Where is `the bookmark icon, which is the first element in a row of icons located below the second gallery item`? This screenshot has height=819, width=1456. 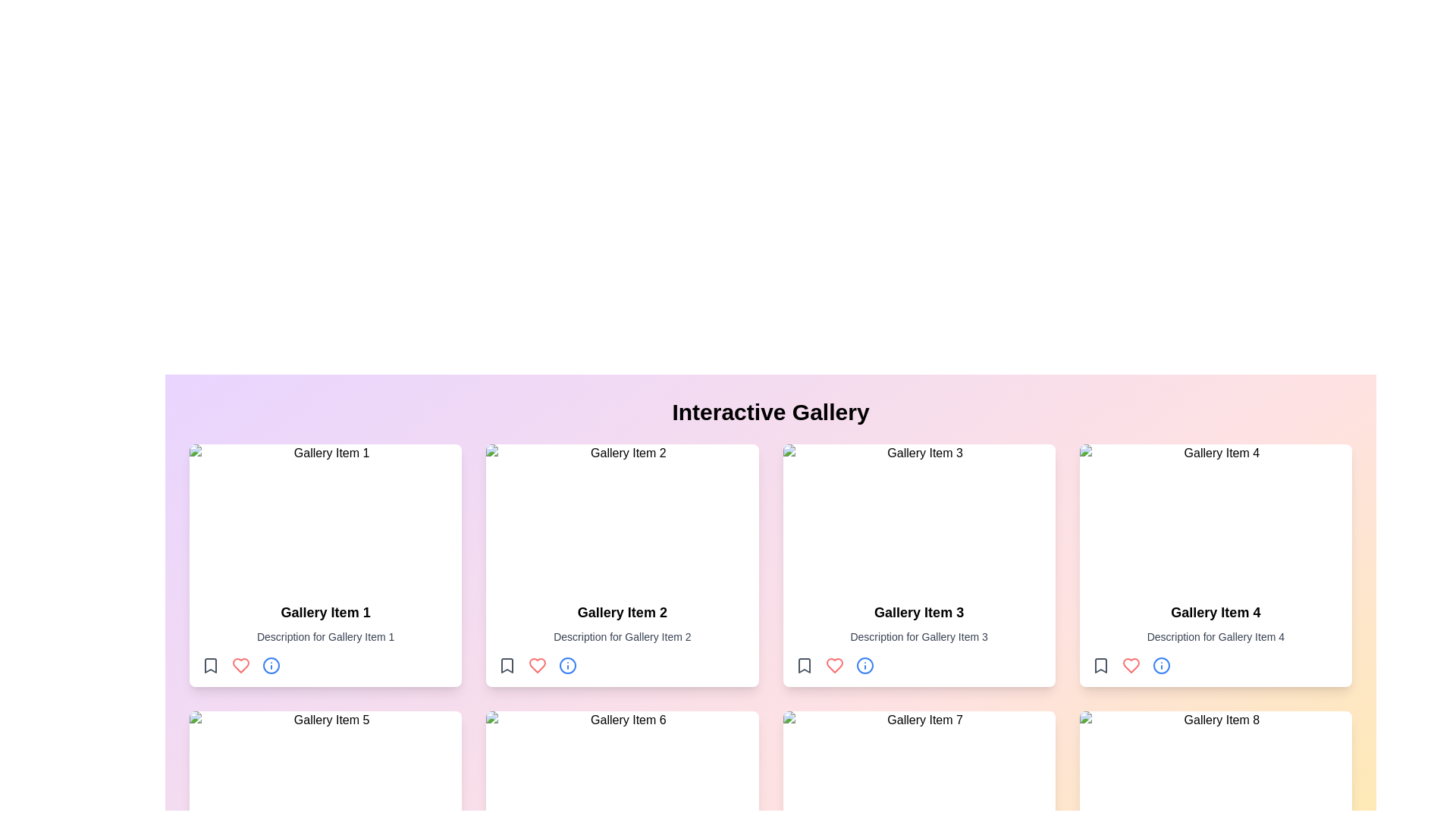
the bookmark icon, which is the first element in a row of icons located below the second gallery item is located at coordinates (507, 665).